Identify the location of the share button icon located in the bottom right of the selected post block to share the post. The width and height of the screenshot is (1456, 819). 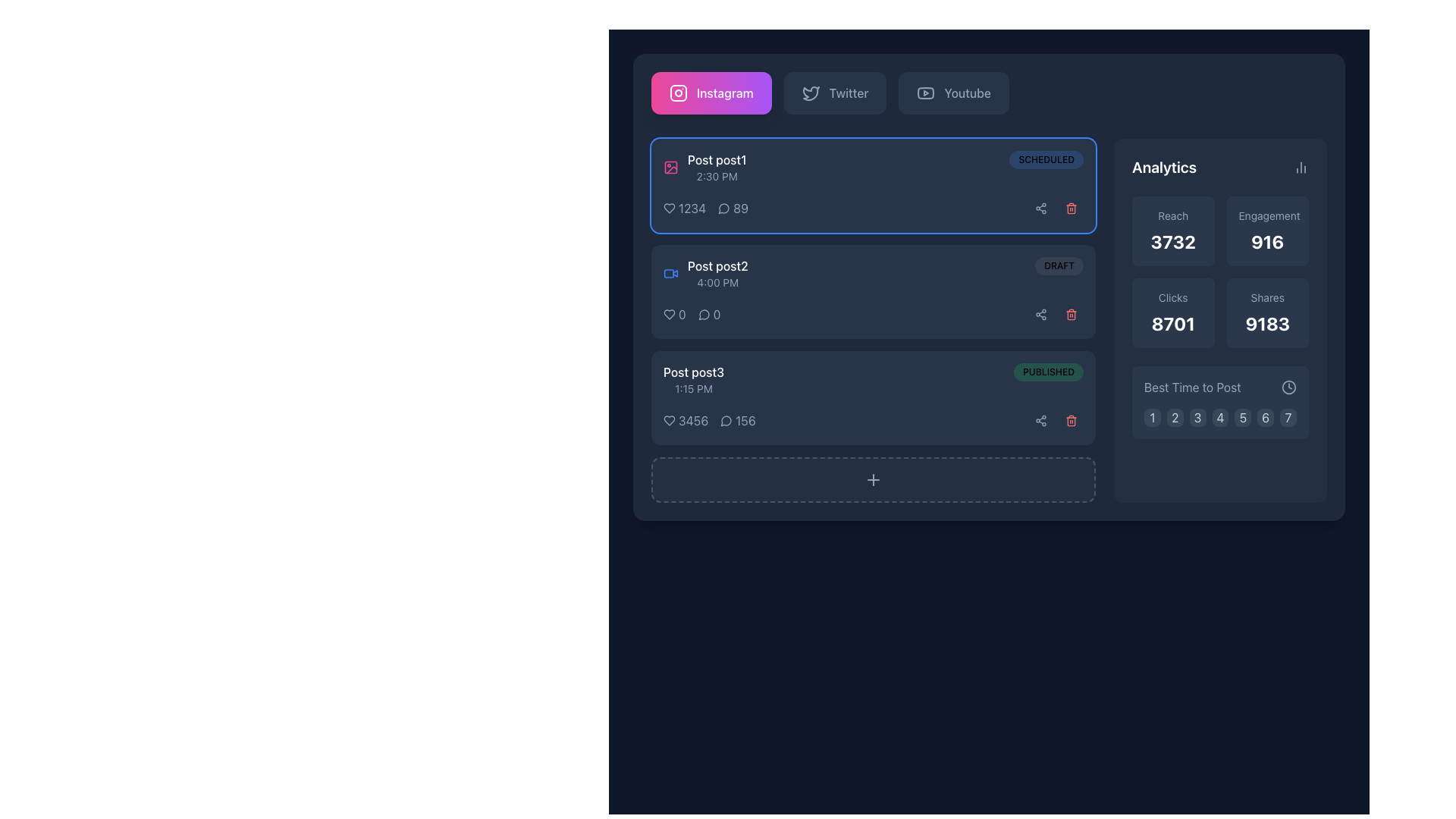
(1040, 421).